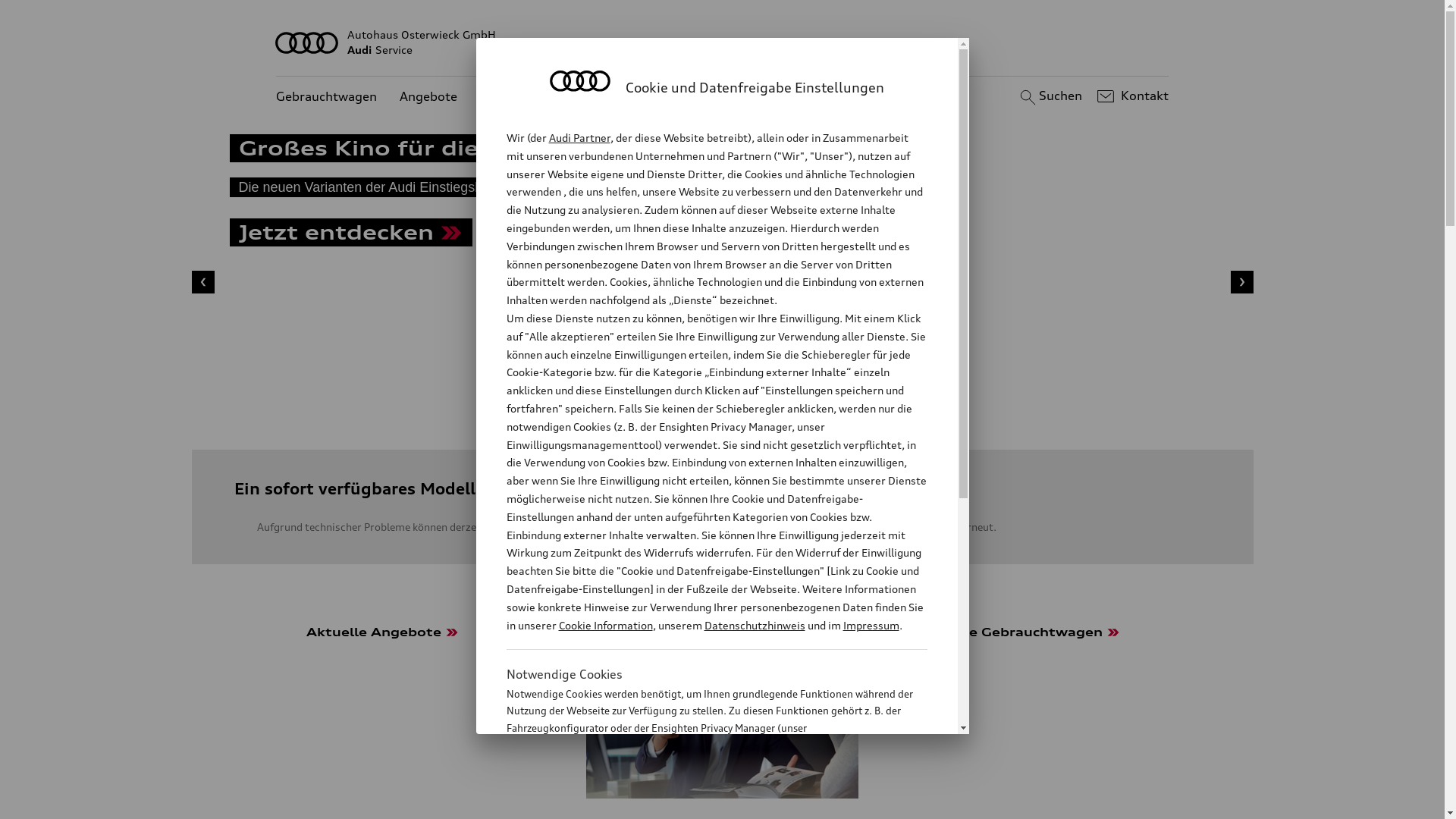  What do you see at coordinates (1131, 96) in the screenshot?
I see `'Kontakt'` at bounding box center [1131, 96].